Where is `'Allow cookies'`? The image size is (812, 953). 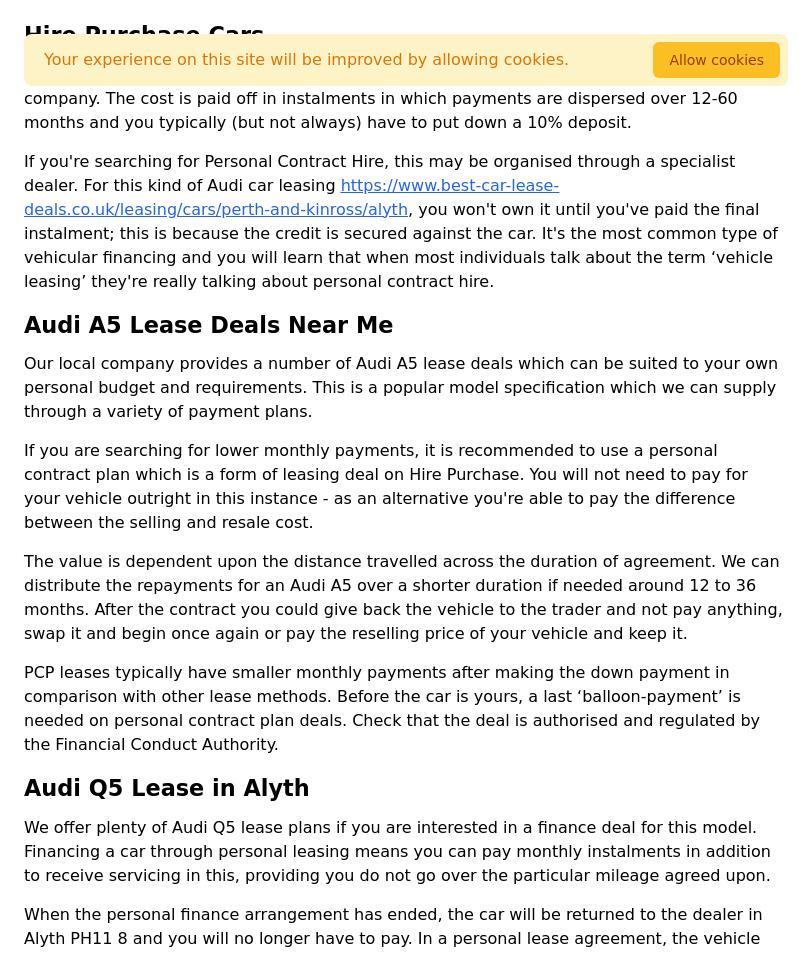
'Allow cookies' is located at coordinates (716, 59).